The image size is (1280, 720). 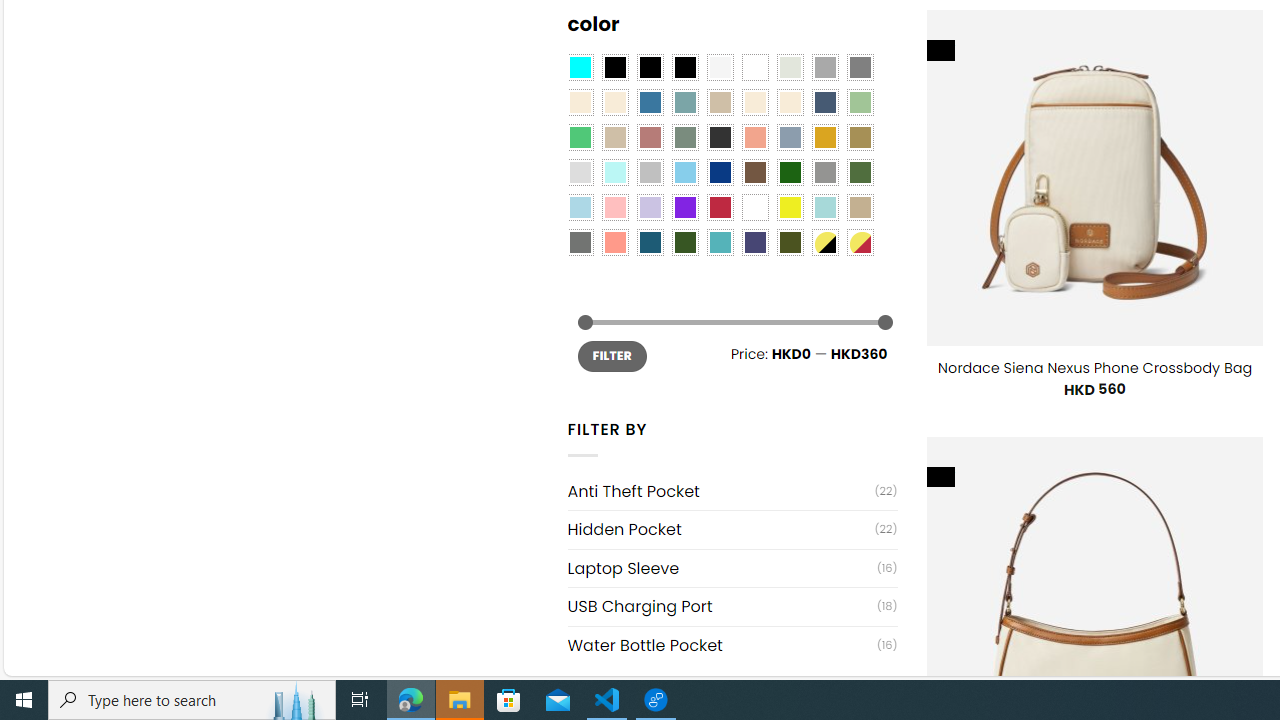 I want to click on 'Light Blue', so click(x=578, y=208).